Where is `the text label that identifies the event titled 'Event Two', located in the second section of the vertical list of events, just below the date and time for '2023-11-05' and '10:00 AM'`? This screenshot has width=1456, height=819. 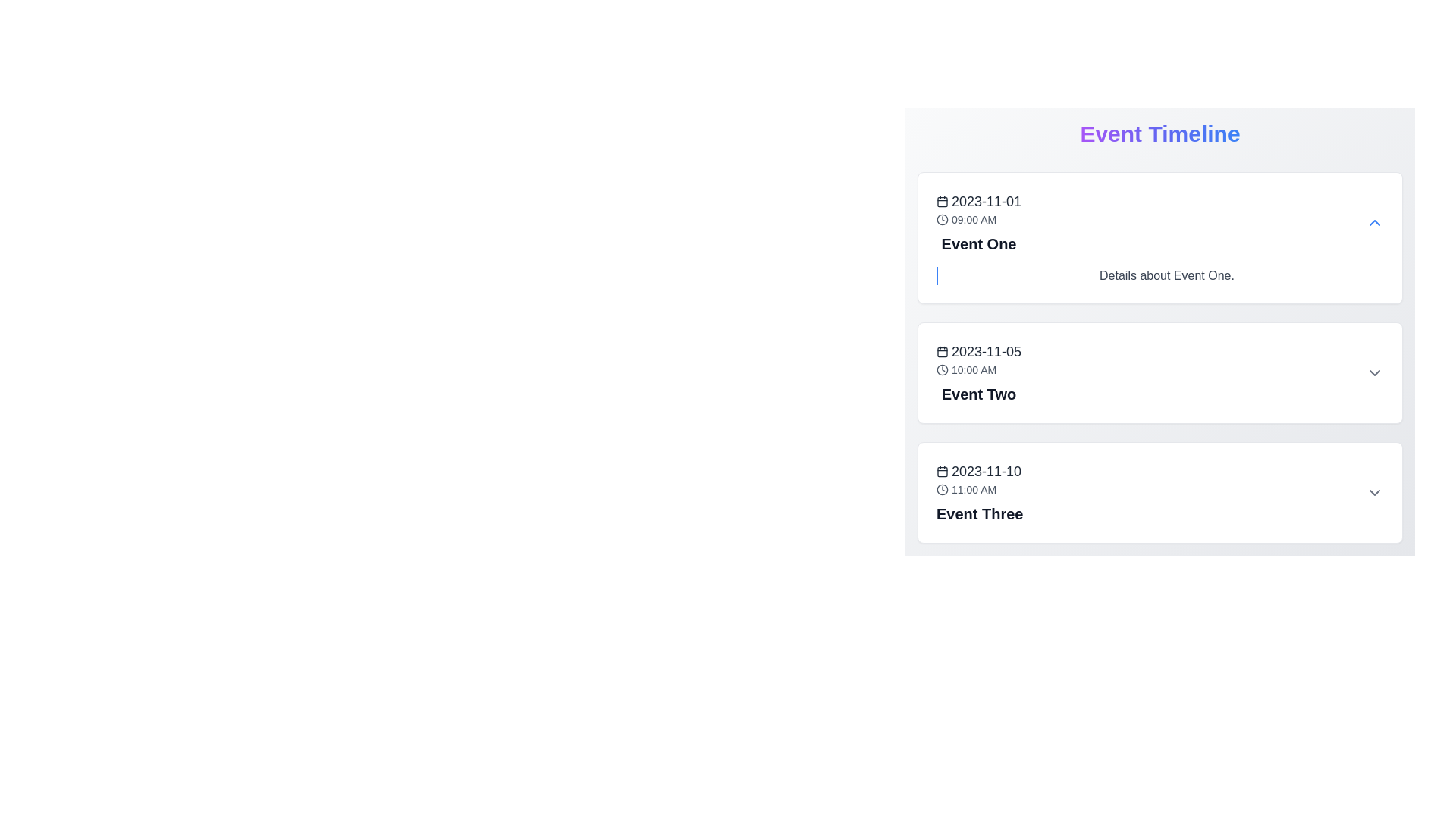
the text label that identifies the event titled 'Event Two', located in the second section of the vertical list of events, just below the date and time for '2023-11-05' and '10:00 AM' is located at coordinates (979, 394).